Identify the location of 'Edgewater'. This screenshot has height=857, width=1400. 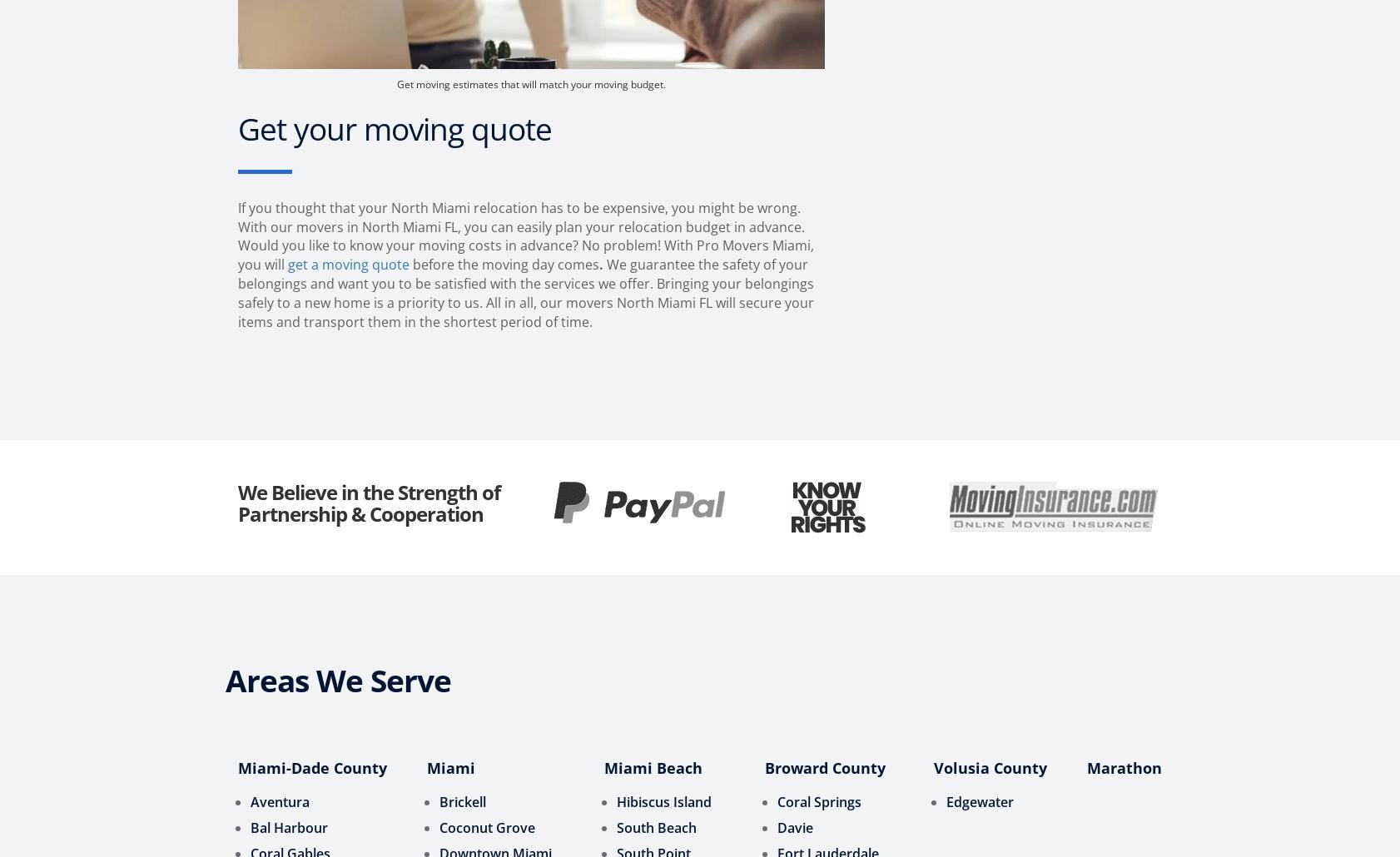
(945, 800).